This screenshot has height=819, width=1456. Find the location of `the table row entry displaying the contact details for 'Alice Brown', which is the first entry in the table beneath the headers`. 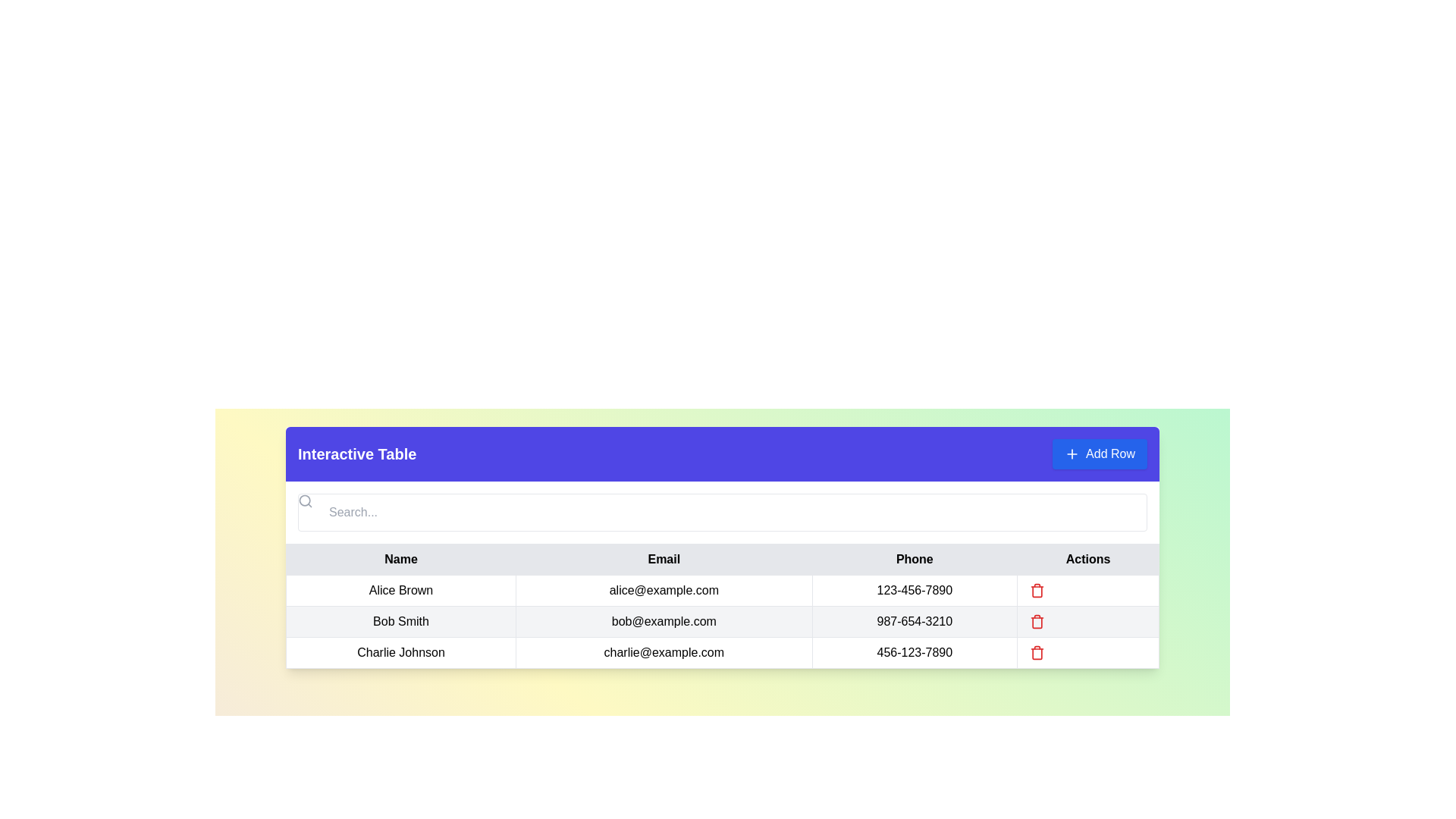

the table row entry displaying the contact details for 'Alice Brown', which is the first entry in the table beneath the headers is located at coordinates (722, 590).